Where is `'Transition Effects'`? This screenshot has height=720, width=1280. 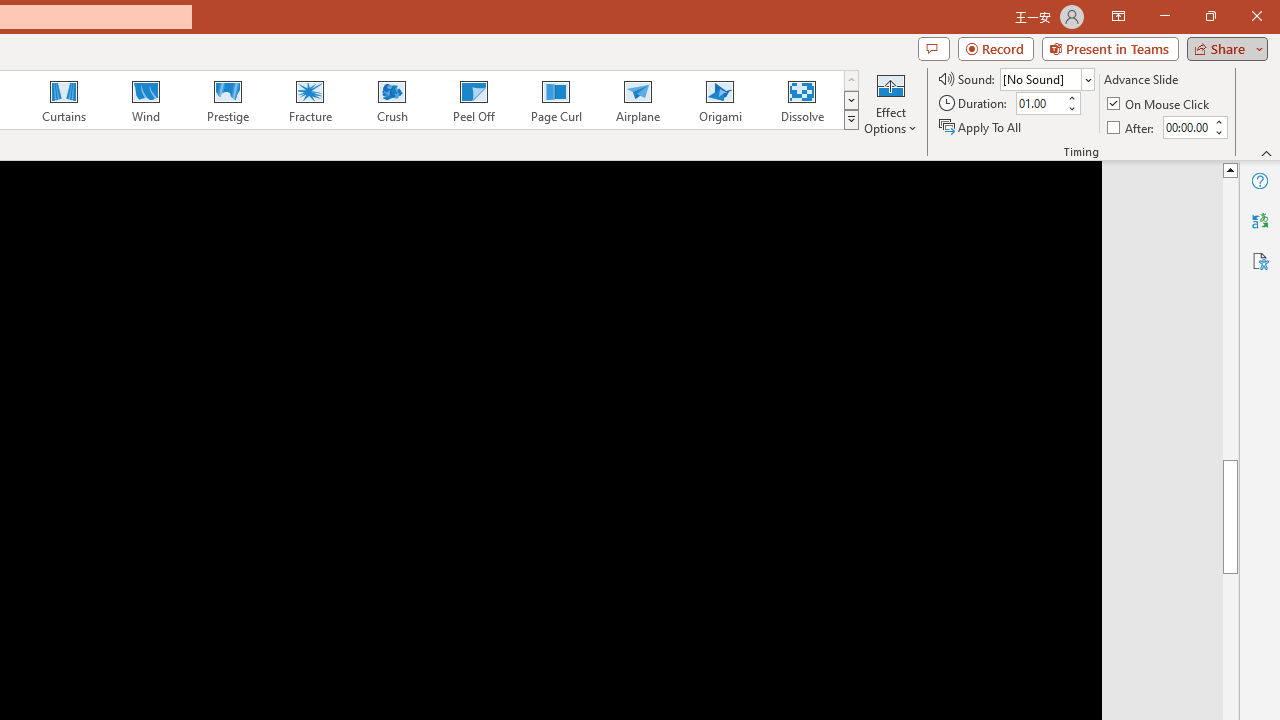
'Transition Effects' is located at coordinates (851, 120).